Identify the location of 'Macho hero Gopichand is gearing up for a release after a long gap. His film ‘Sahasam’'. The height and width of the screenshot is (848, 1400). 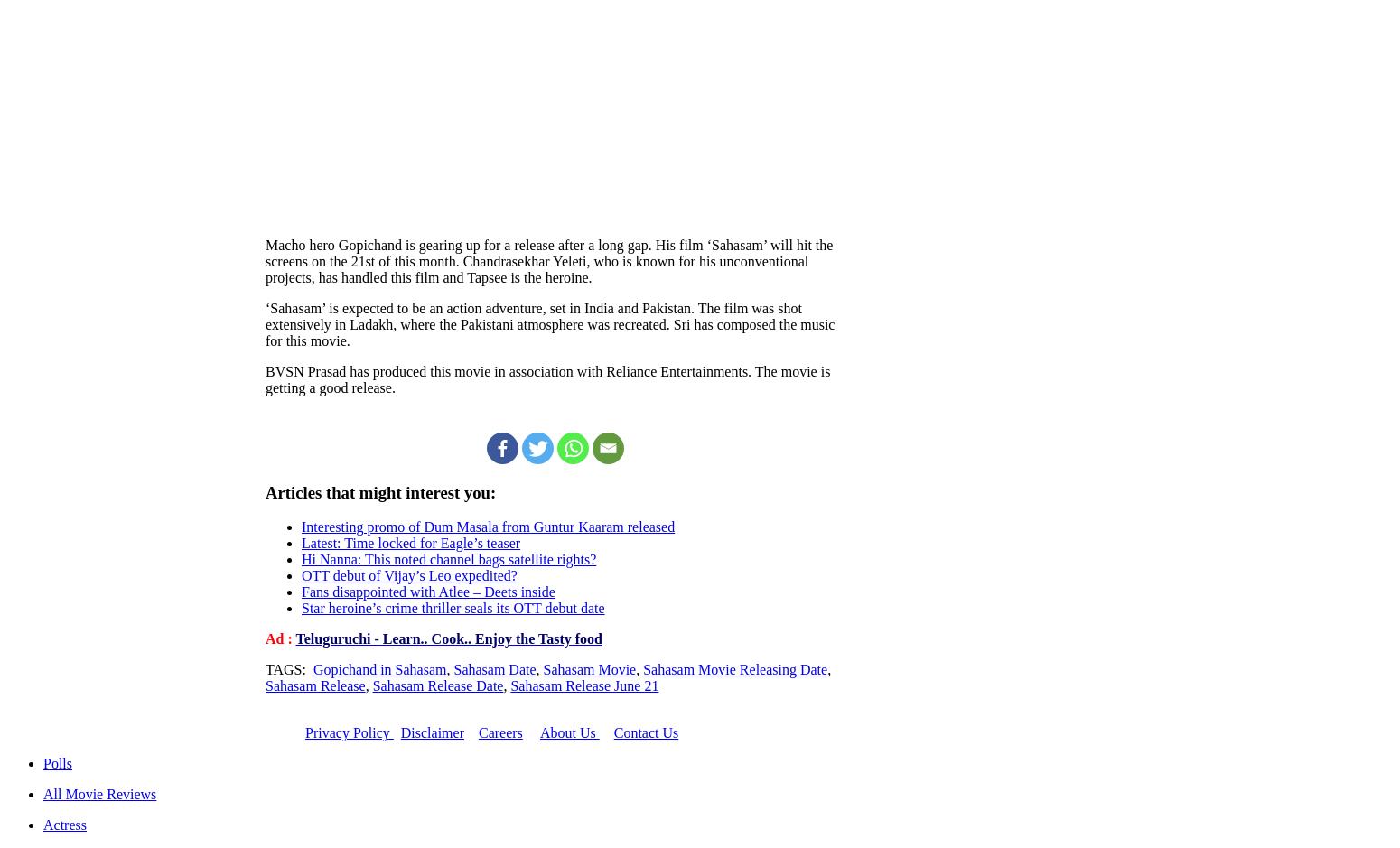
(516, 243).